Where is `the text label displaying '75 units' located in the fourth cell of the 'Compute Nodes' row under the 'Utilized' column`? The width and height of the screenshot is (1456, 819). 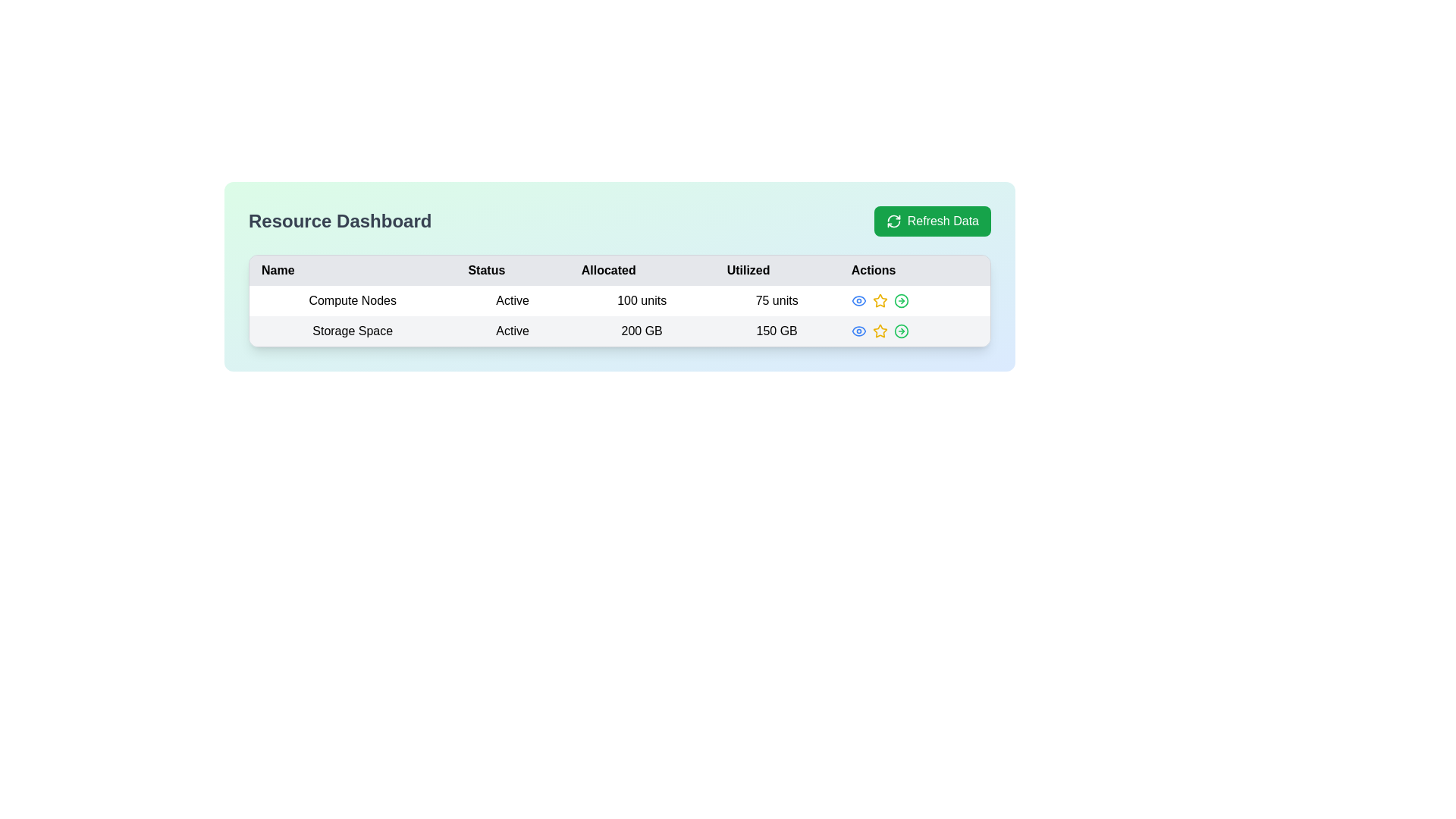 the text label displaying '75 units' located in the fourth cell of the 'Compute Nodes' row under the 'Utilized' column is located at coordinates (777, 301).